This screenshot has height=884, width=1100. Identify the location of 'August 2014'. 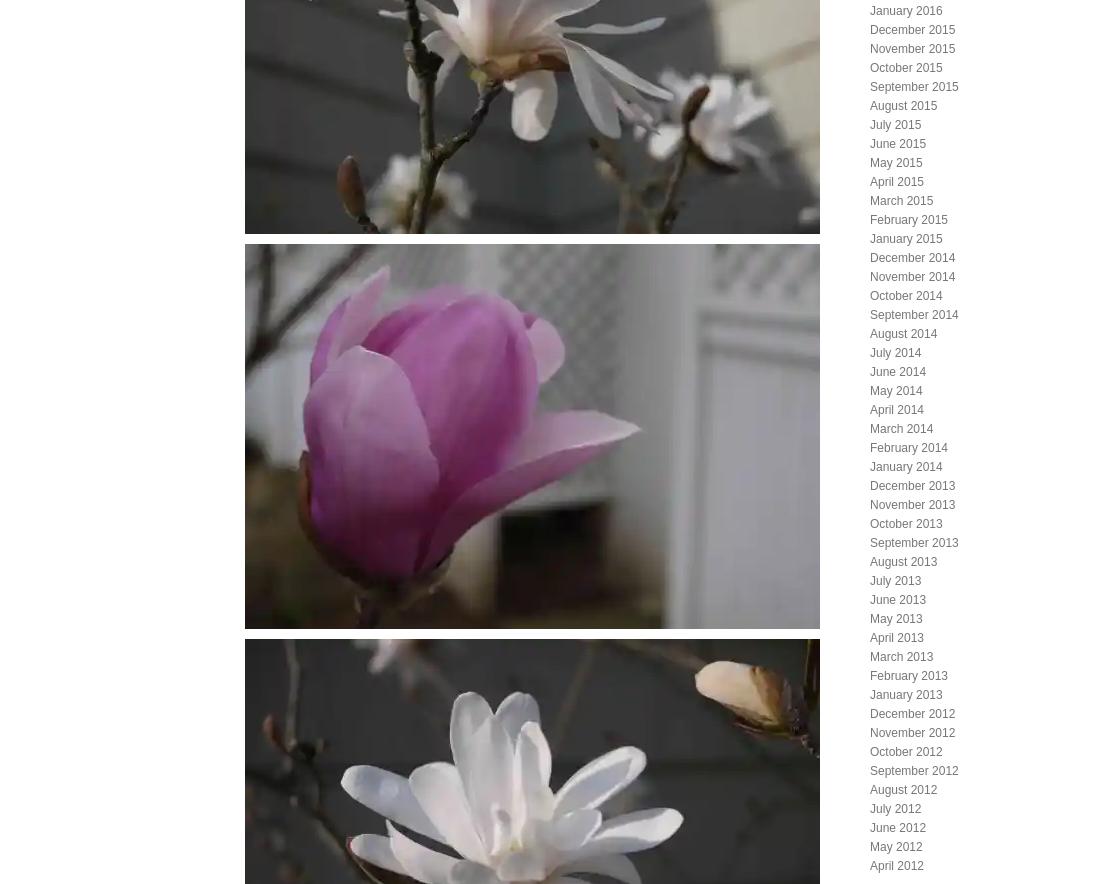
(903, 332).